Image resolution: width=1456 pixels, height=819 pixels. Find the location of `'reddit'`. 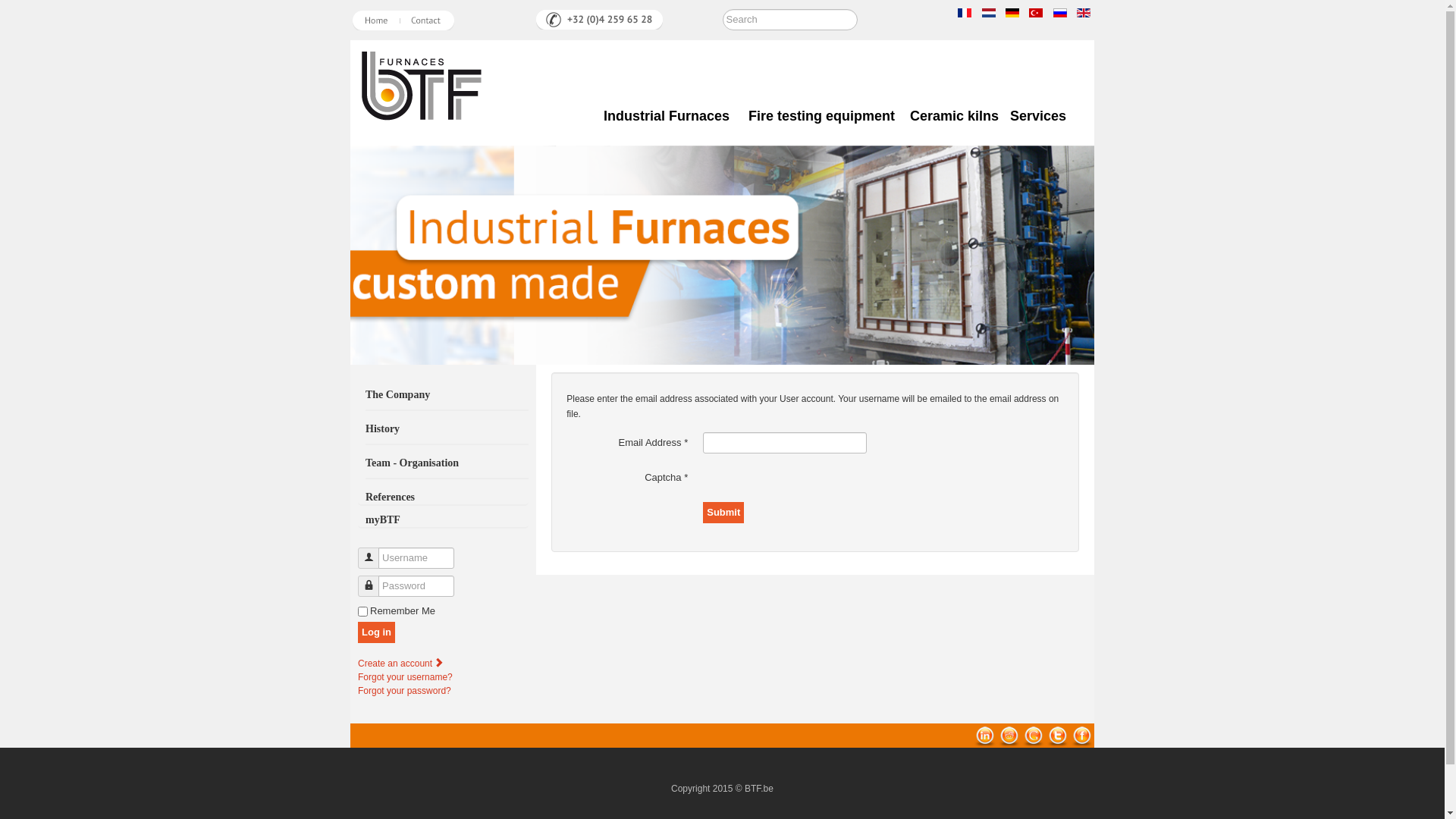

'reddit' is located at coordinates (1009, 734).